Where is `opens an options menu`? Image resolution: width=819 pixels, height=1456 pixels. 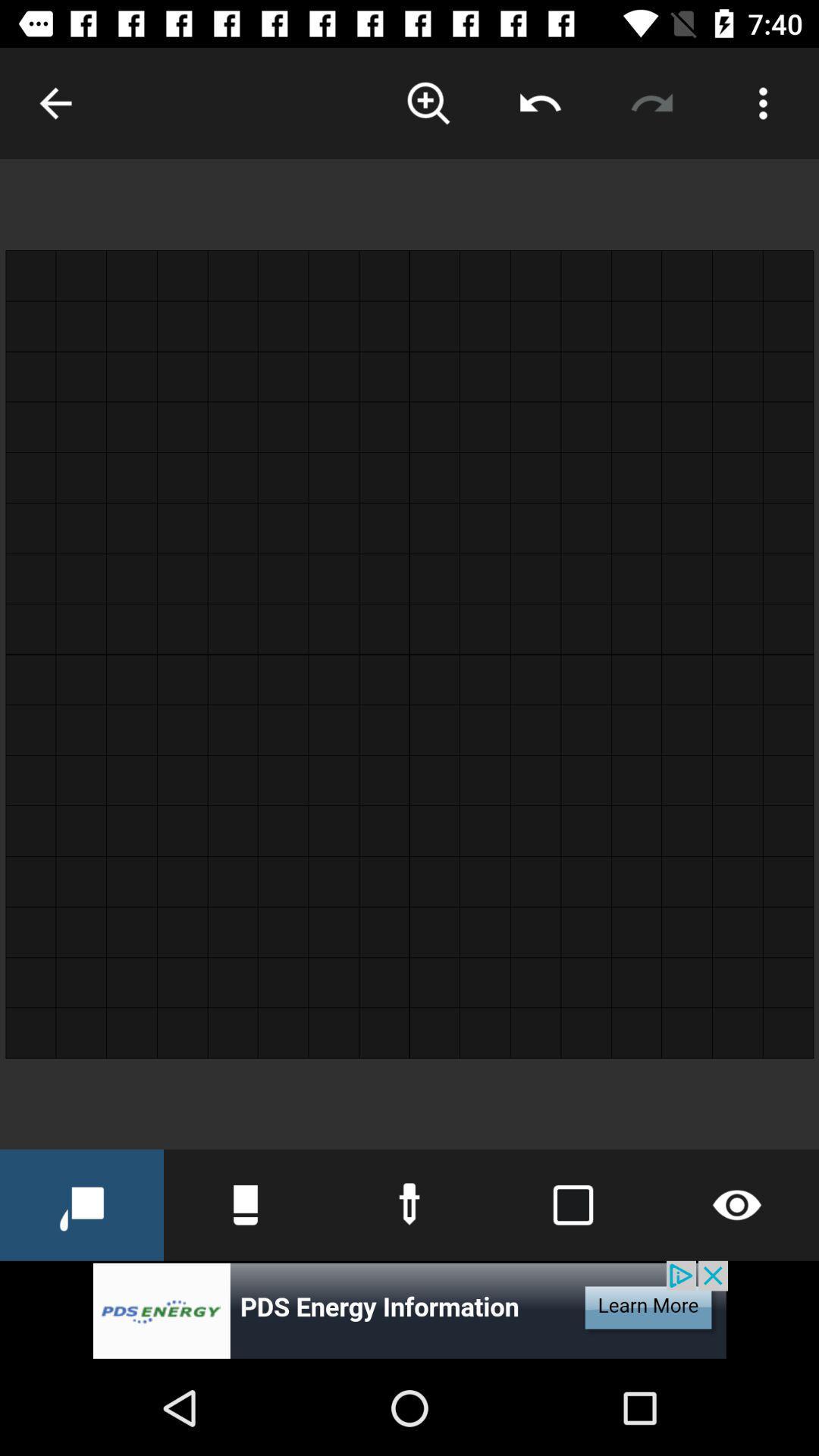 opens an options menu is located at coordinates (763, 102).